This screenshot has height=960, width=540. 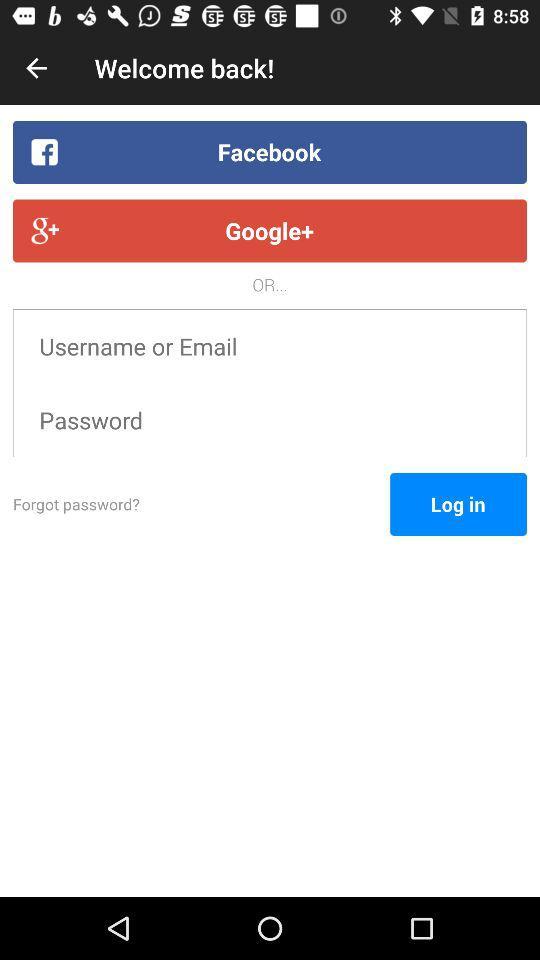 What do you see at coordinates (270, 346) in the screenshot?
I see `item below the or... item` at bounding box center [270, 346].